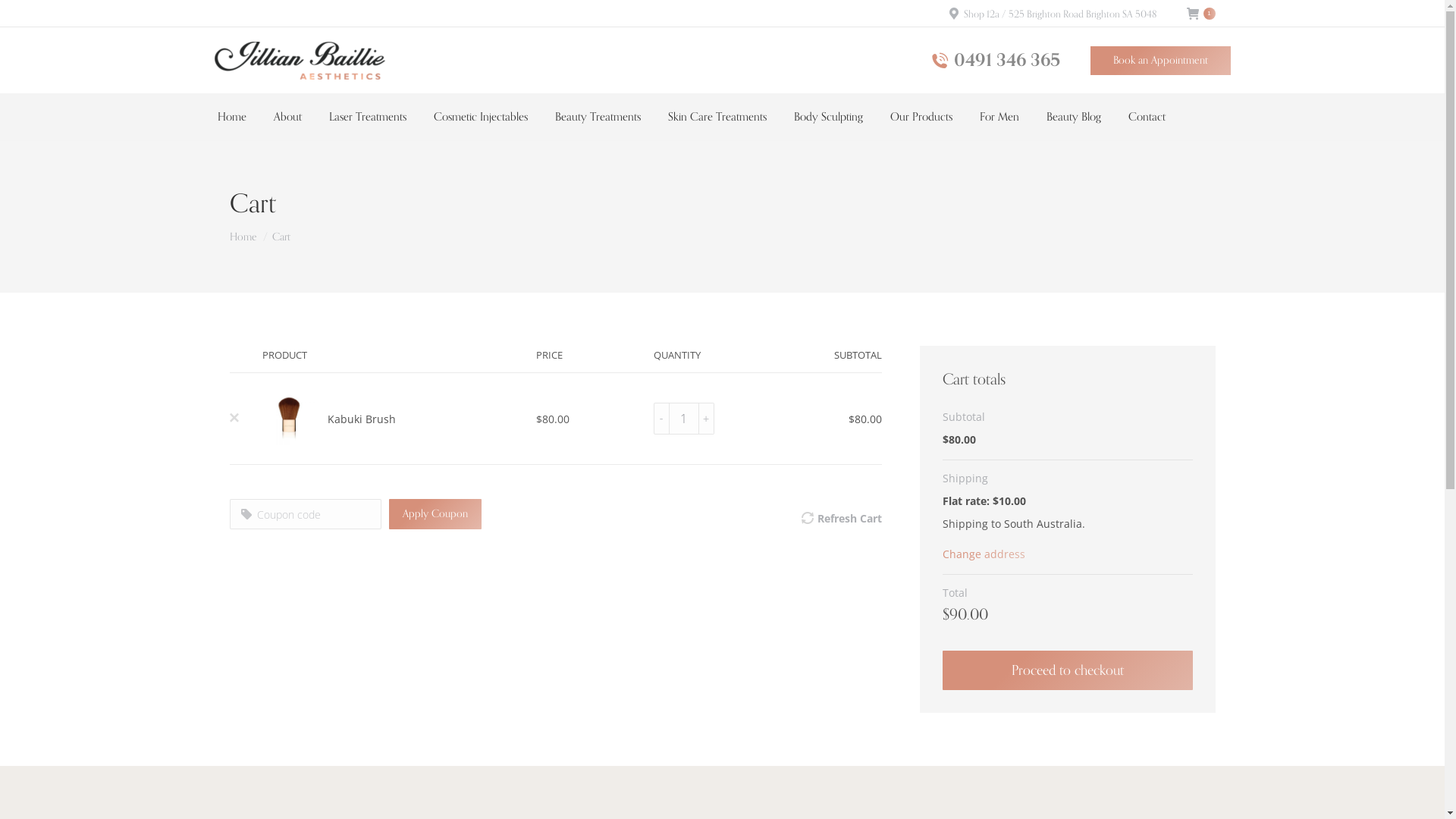 Image resolution: width=1456 pixels, height=819 pixels. What do you see at coordinates (367, 116) in the screenshot?
I see `'Laser Treatments'` at bounding box center [367, 116].